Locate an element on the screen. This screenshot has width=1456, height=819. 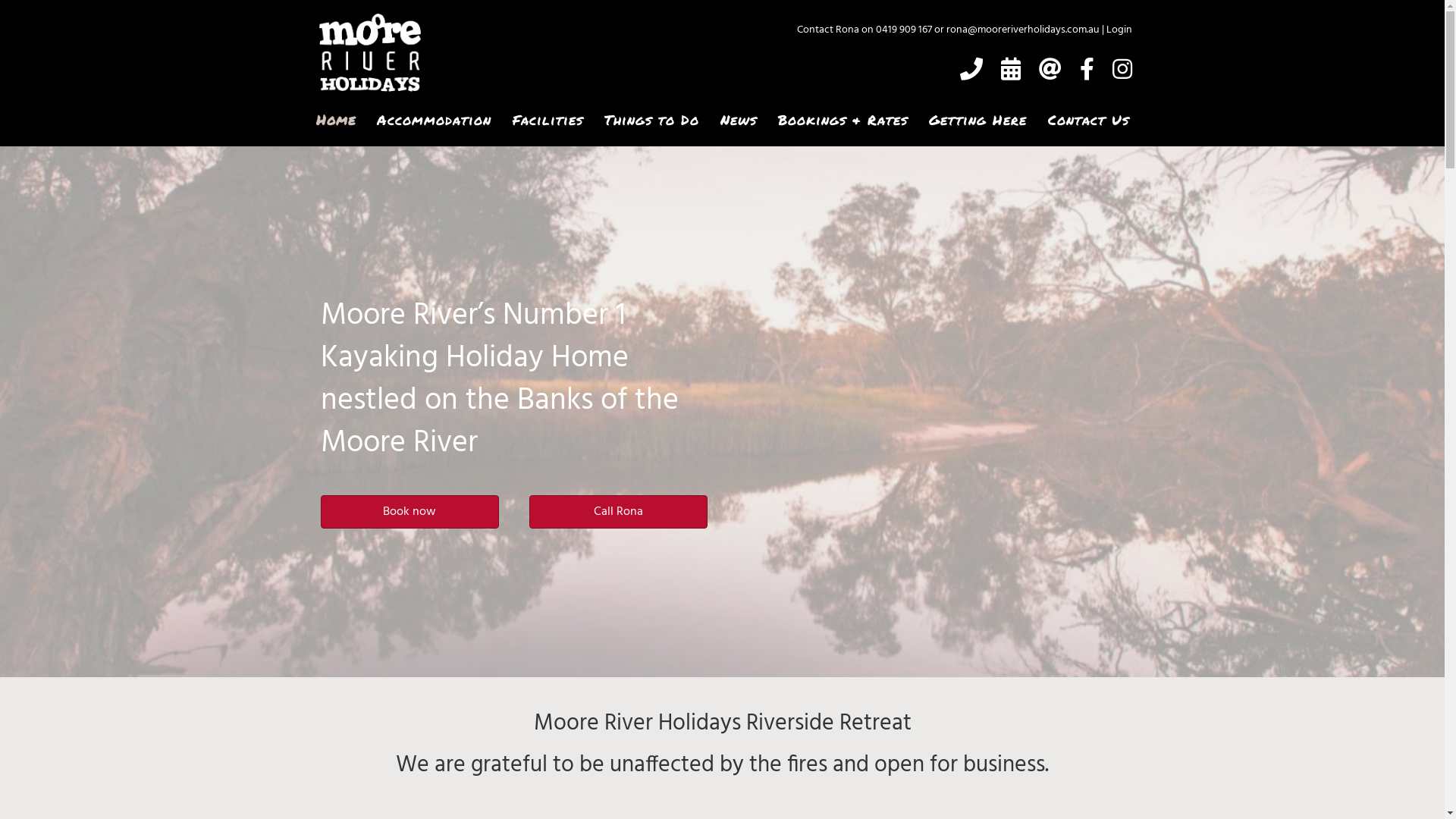
'News' is located at coordinates (738, 119).